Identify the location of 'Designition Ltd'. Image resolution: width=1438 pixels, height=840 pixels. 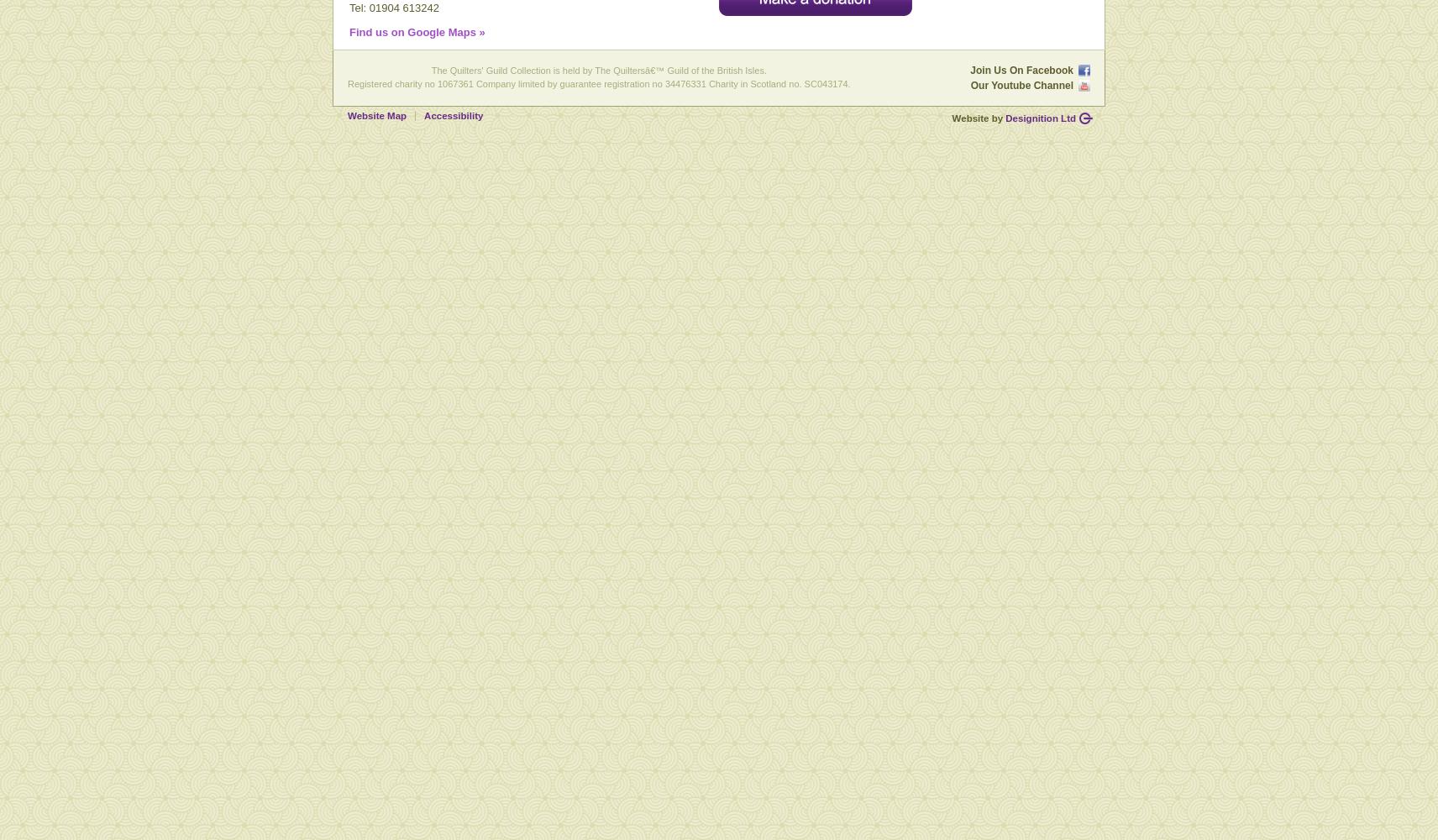
(1040, 118).